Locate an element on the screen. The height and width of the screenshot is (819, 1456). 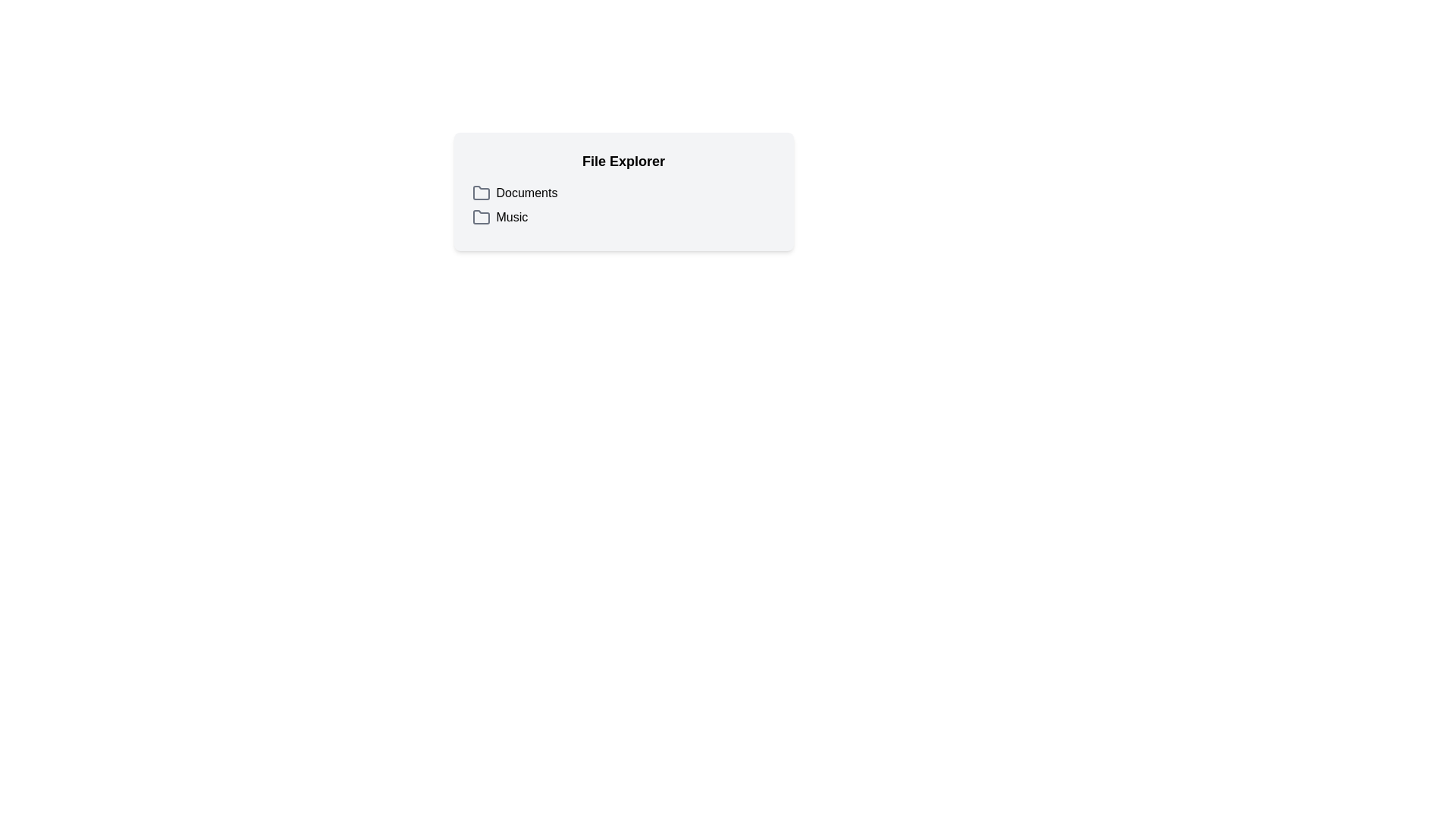
the folder icon labeled 'Music' located in the second row of folder items in the 'File Explorer' section is located at coordinates (480, 217).